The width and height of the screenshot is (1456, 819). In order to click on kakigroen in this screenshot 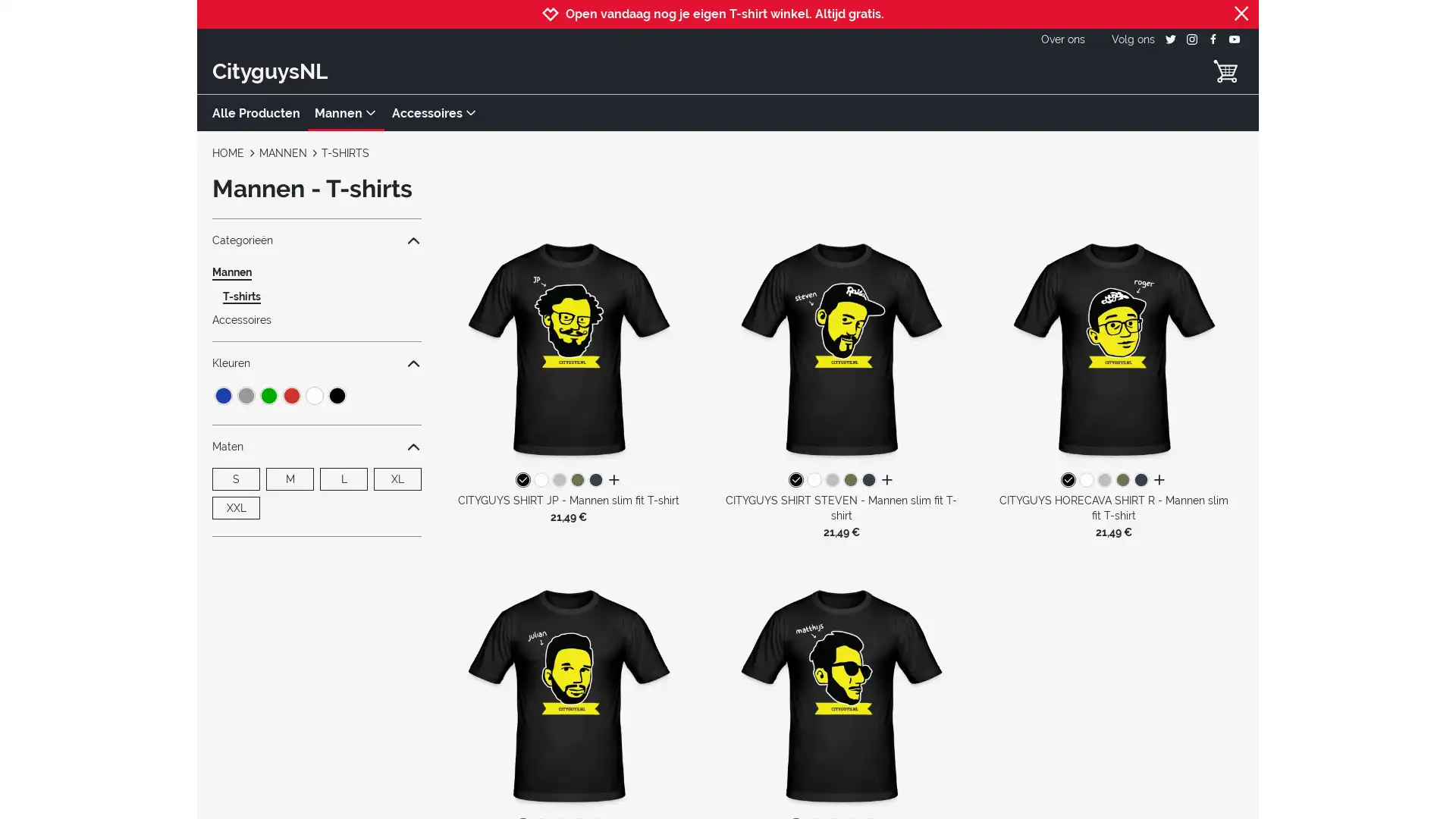, I will do `click(1123, 480)`.